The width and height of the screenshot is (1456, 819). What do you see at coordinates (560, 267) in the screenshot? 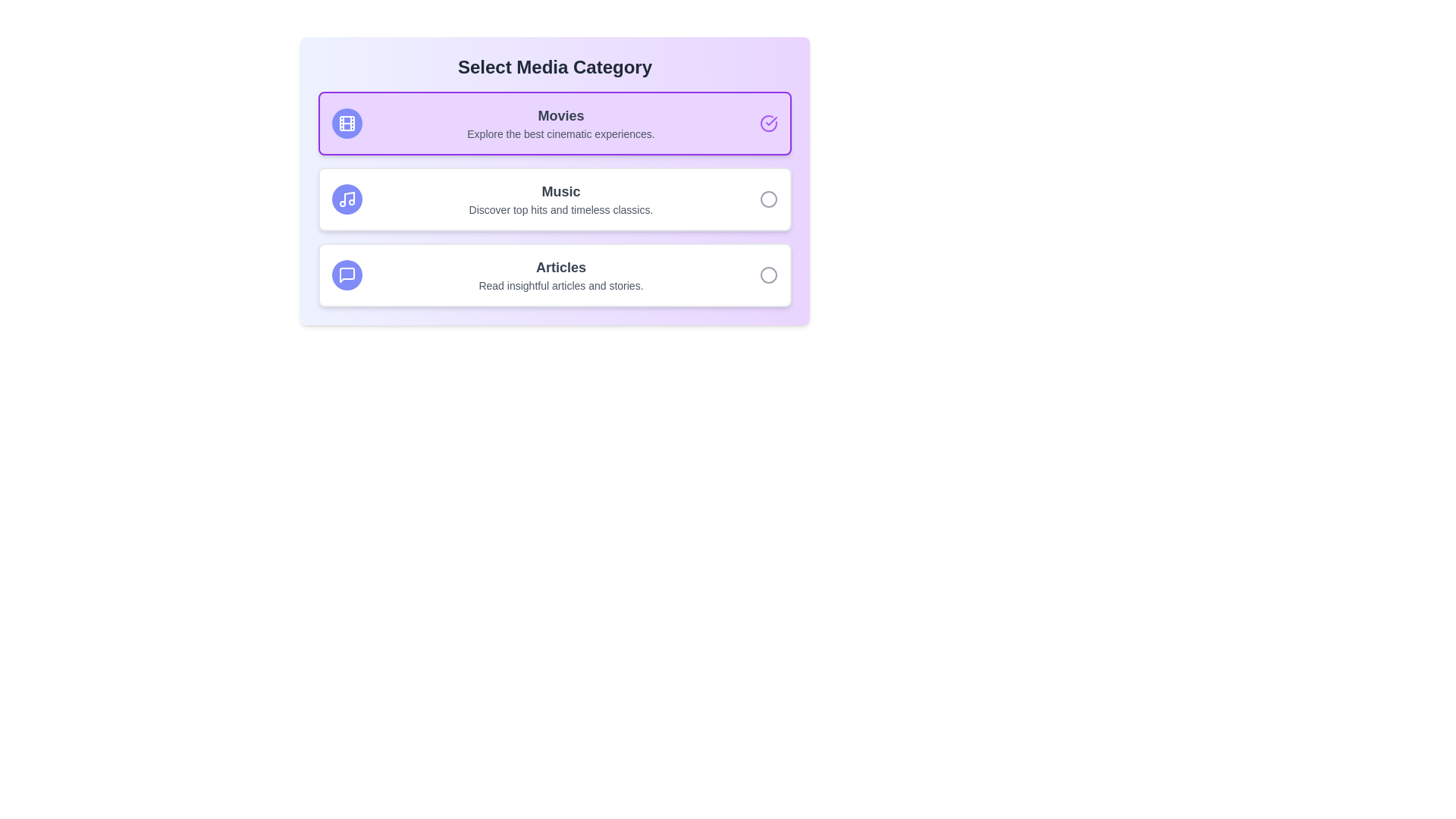
I see `the 'Articles' media category label, which serves as a visual reference for users selecting this option` at bounding box center [560, 267].